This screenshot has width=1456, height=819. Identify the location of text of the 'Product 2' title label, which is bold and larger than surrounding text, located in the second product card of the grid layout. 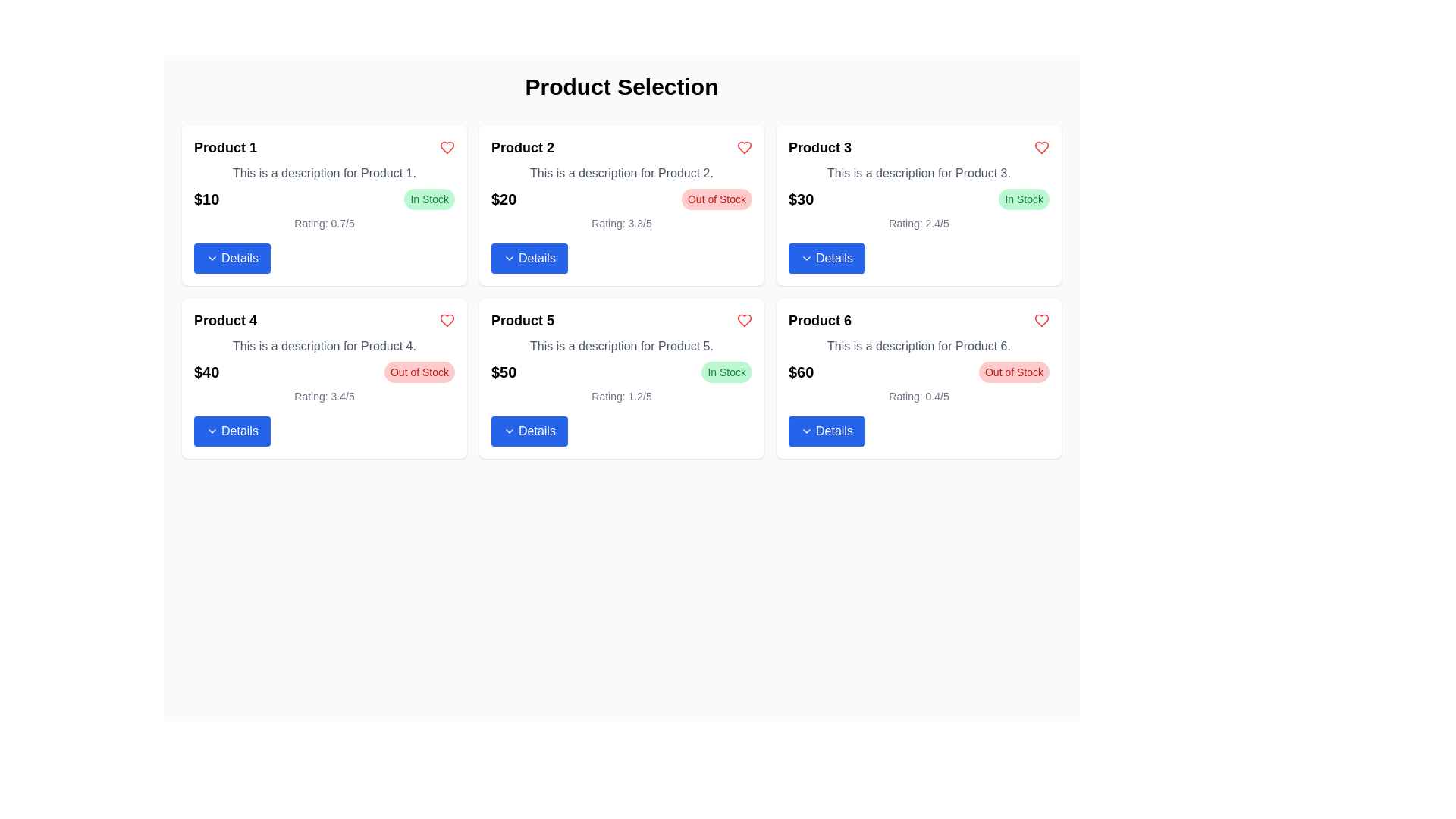
(522, 148).